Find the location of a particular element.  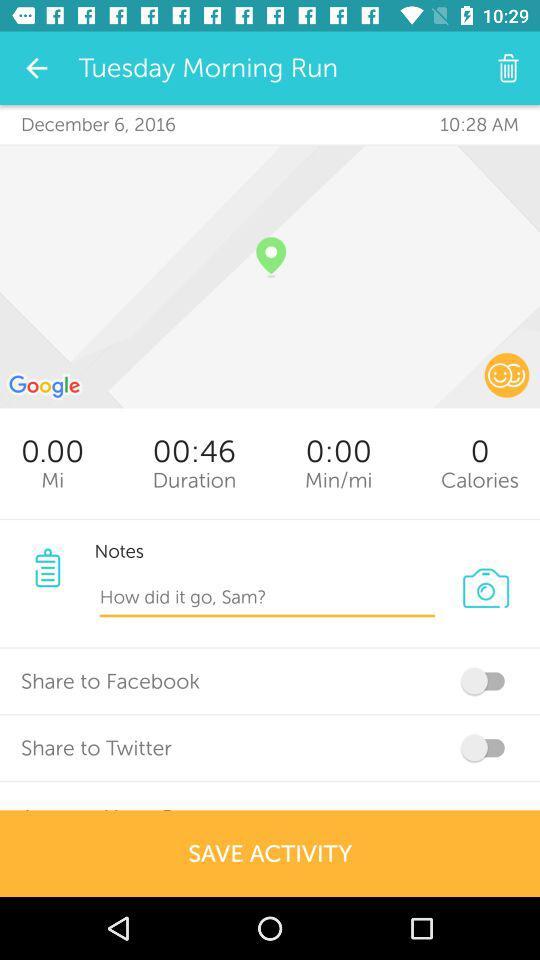

the emoji icon is located at coordinates (507, 374).